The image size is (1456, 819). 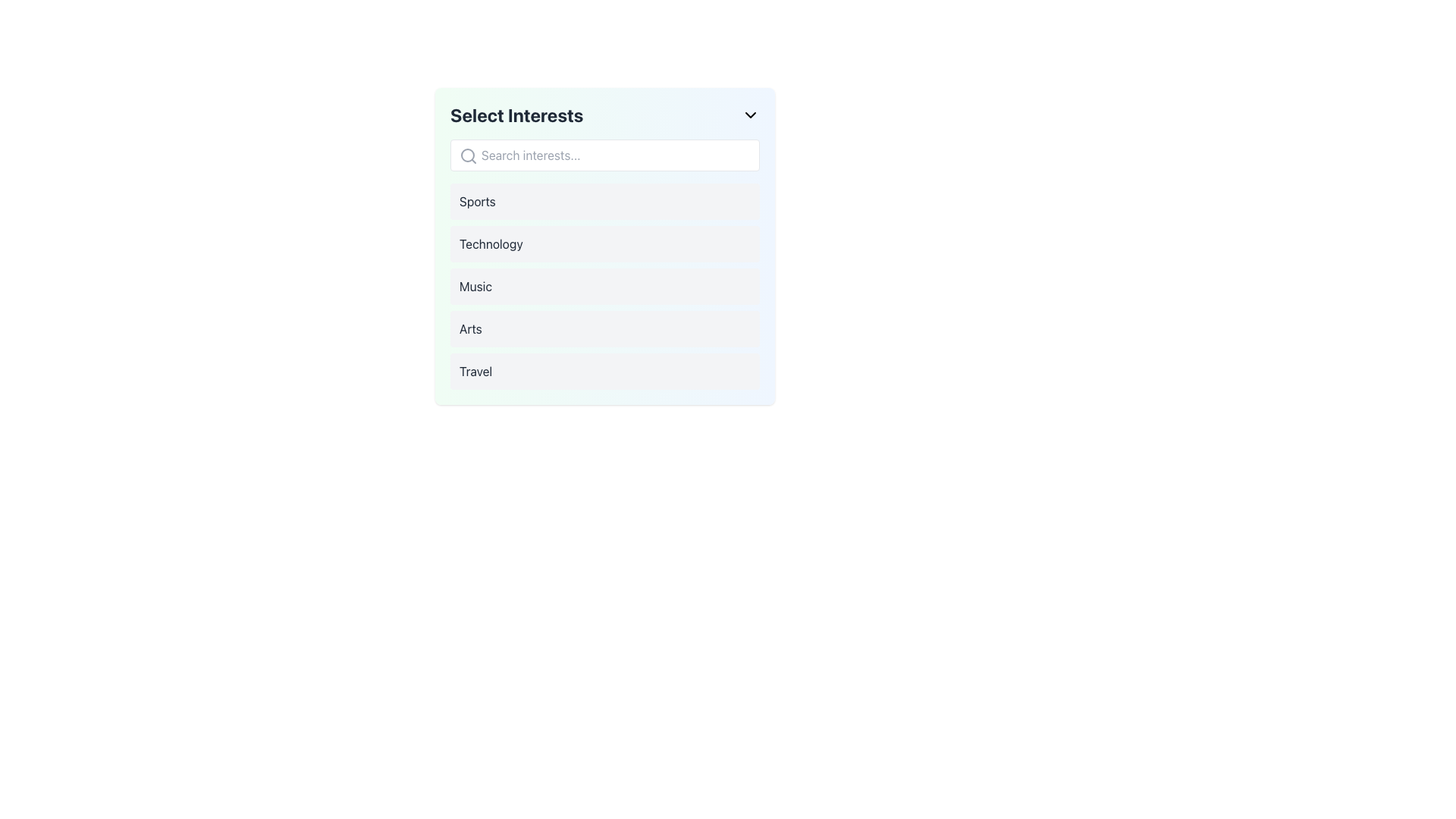 What do you see at coordinates (750, 114) in the screenshot?
I see `the downward-pointing chevron icon located at the far right of the 'Select Interests' header` at bounding box center [750, 114].